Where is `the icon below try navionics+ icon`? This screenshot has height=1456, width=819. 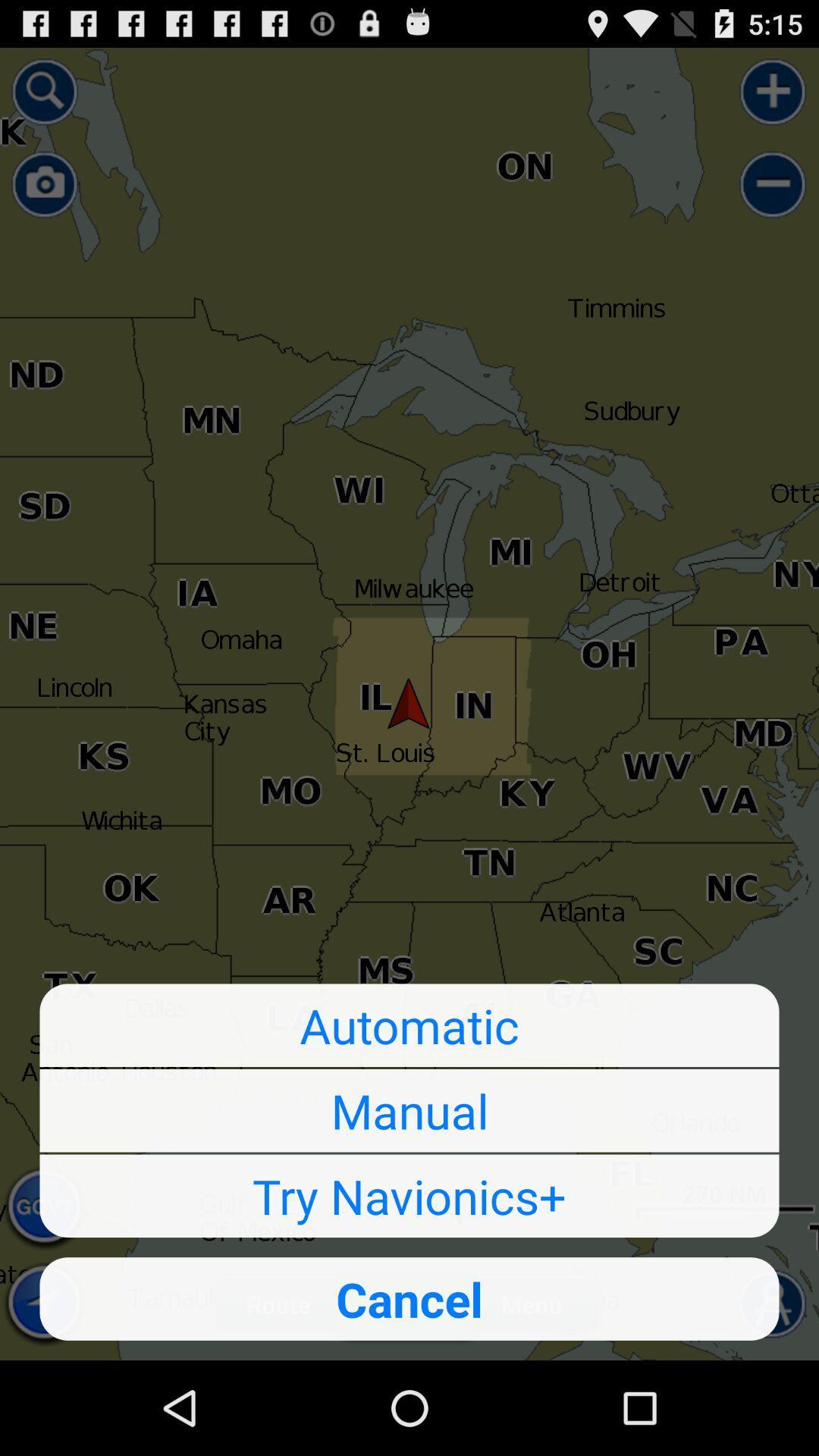
the icon below try navionics+ icon is located at coordinates (409, 1298).